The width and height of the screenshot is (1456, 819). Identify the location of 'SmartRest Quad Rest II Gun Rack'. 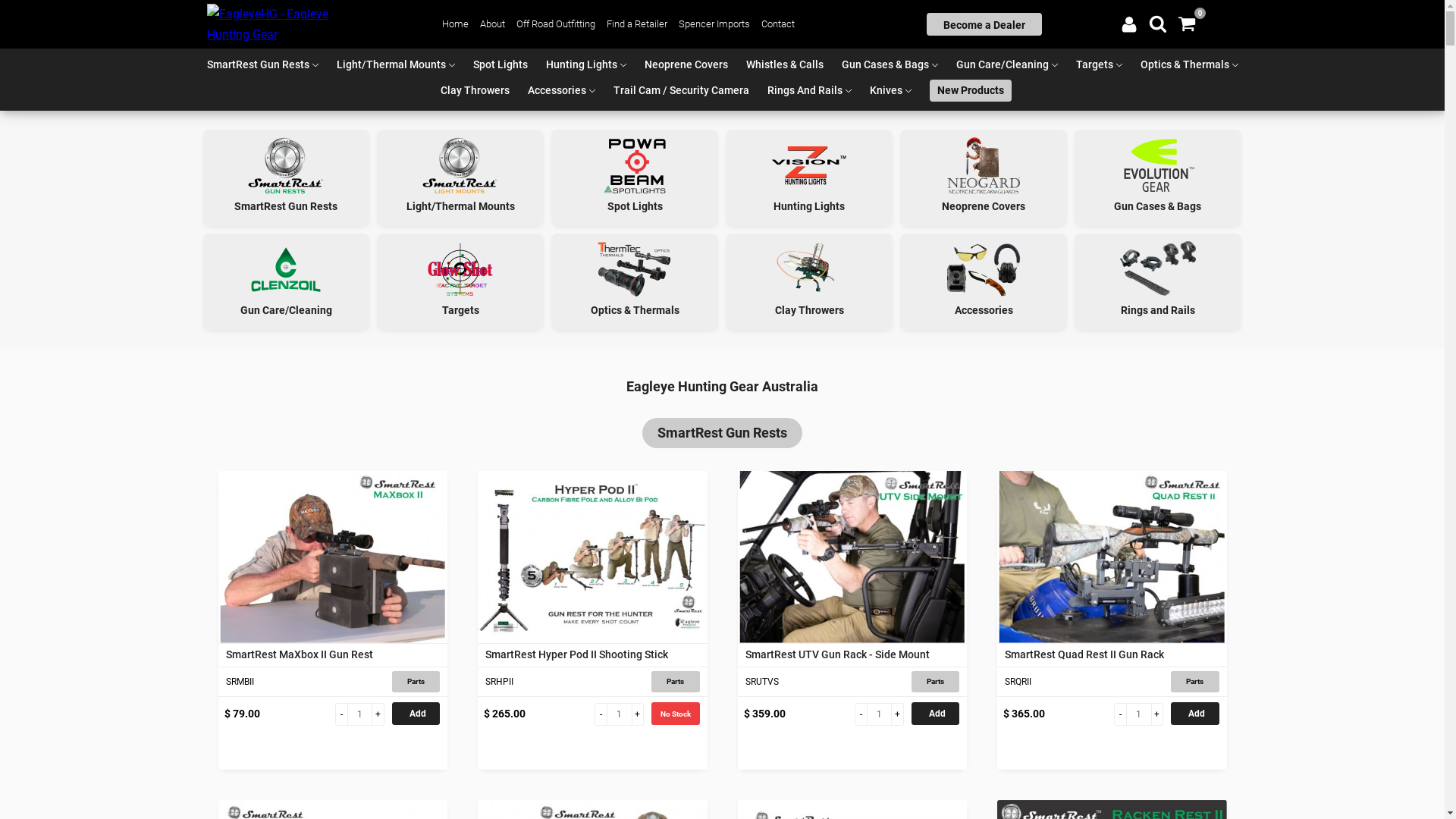
(1112, 557).